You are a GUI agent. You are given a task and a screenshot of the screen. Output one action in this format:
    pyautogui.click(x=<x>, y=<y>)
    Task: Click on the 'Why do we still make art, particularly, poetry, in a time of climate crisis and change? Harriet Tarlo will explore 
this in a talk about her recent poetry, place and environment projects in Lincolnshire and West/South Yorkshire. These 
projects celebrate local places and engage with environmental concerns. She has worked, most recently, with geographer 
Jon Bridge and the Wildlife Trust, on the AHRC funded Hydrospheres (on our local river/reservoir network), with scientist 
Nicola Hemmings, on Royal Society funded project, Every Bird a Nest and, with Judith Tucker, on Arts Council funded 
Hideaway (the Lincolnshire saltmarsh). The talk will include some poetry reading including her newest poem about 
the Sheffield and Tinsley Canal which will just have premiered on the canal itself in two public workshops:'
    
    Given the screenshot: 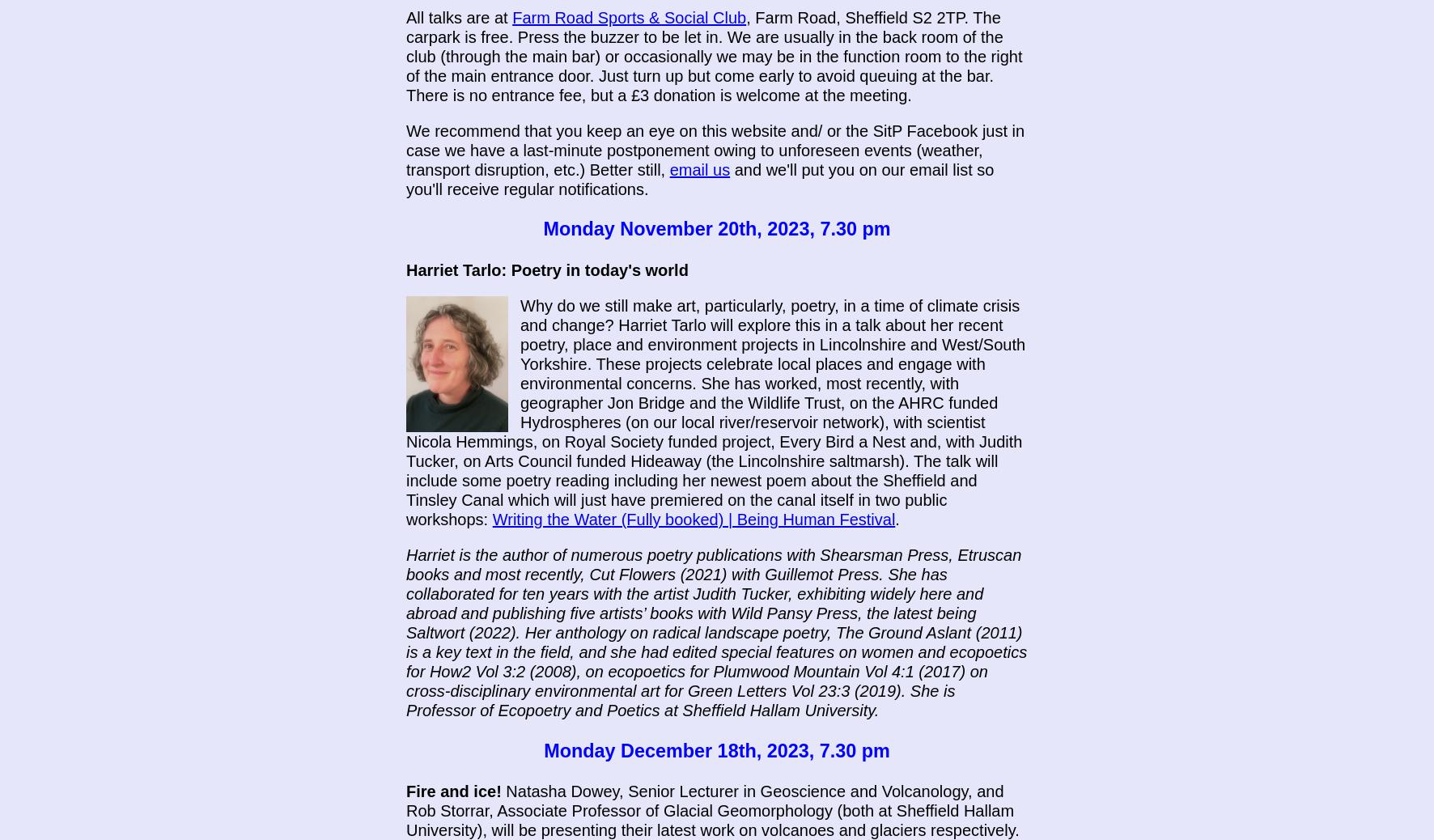 What is the action you would take?
    pyautogui.click(x=715, y=412)
    